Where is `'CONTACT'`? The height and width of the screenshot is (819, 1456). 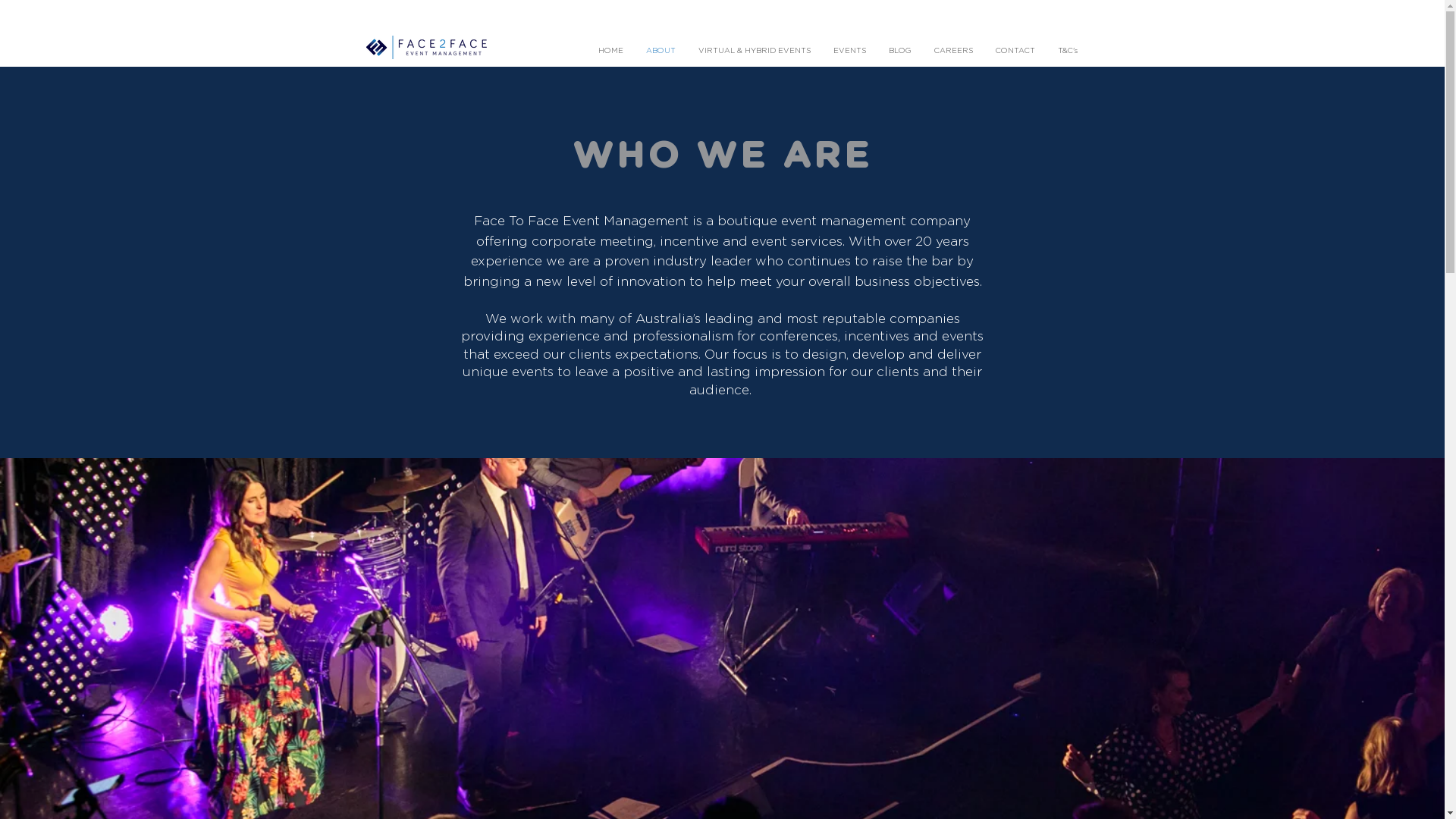
'CONTACT' is located at coordinates (984, 50).